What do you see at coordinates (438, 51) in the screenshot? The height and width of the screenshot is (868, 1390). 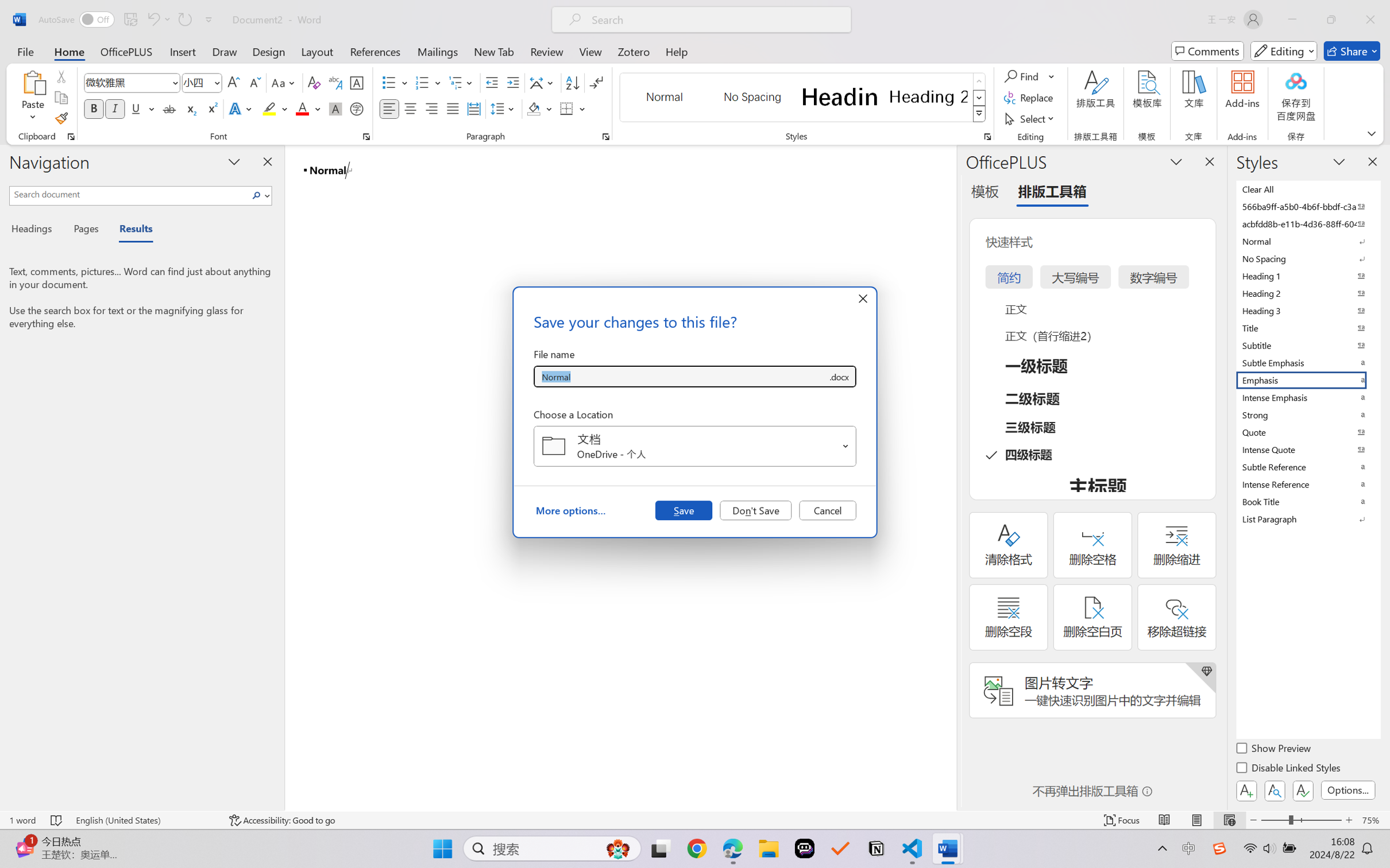 I see `'Mailings'` at bounding box center [438, 51].